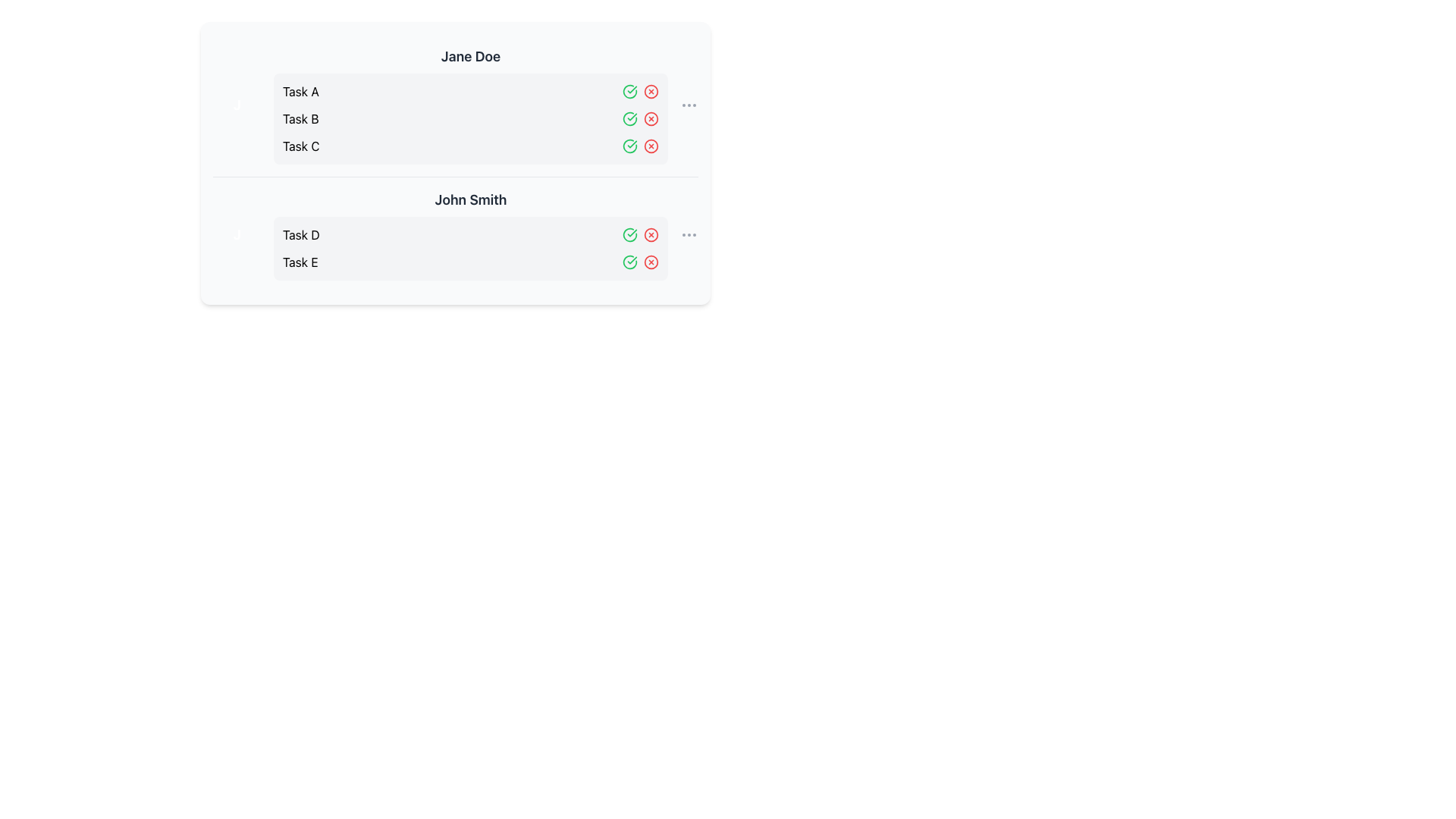  Describe the element at coordinates (688, 104) in the screenshot. I see `the ellipsis button located at the top right of Jane Doe's task section` at that location.